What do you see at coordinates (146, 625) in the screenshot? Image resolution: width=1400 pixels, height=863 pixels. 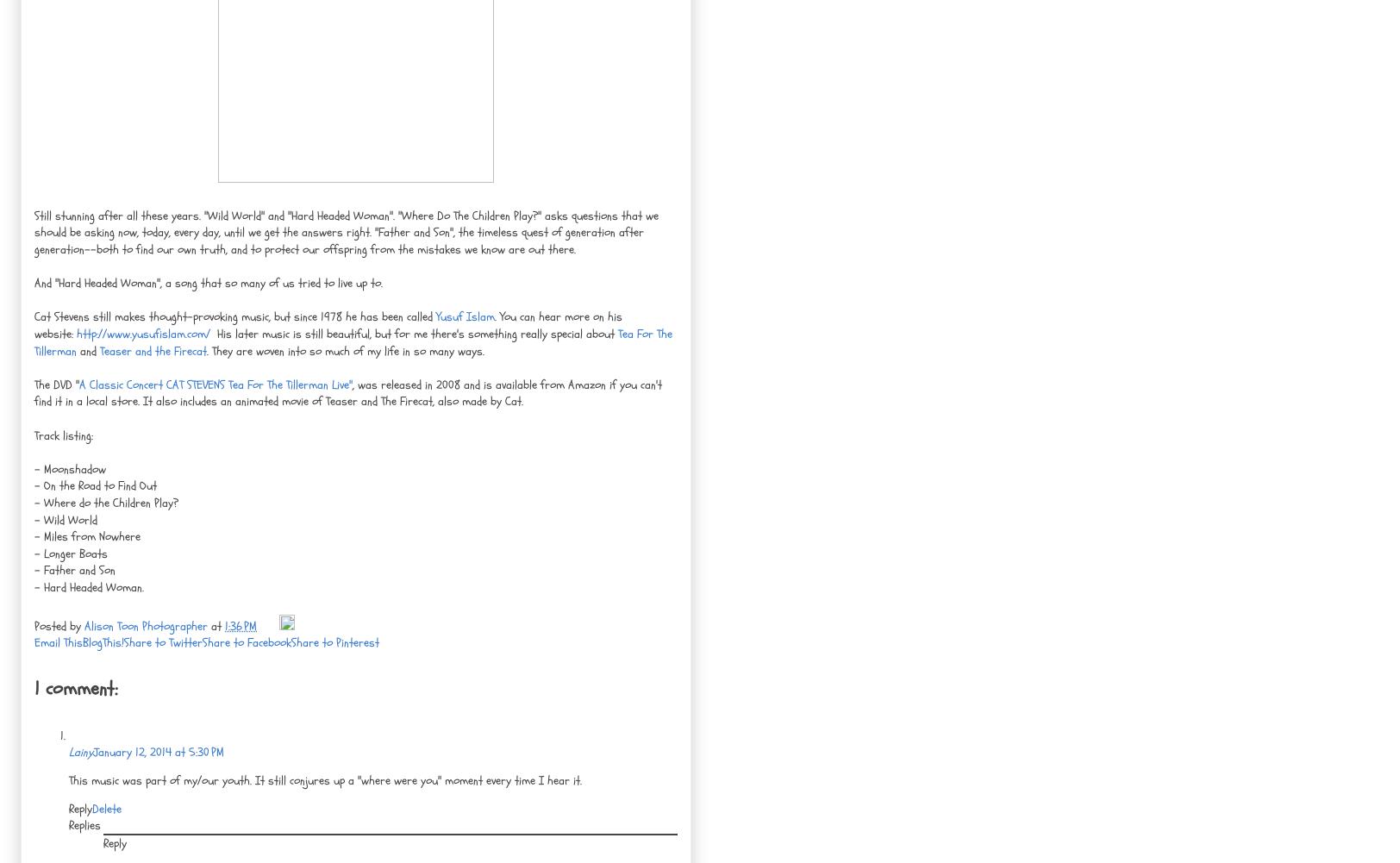 I see `'Alison Toon Photographer'` at bounding box center [146, 625].